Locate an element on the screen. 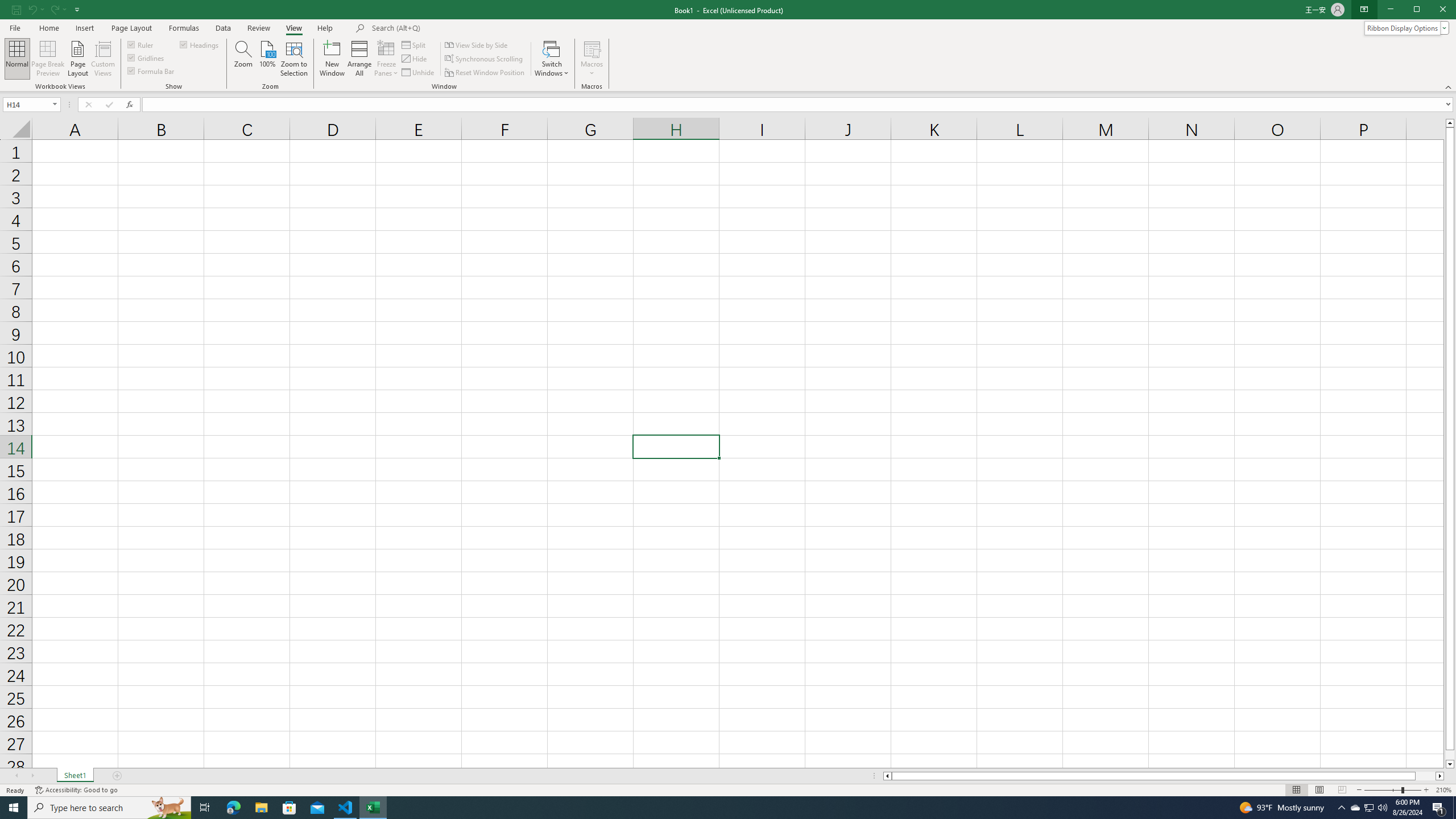  'Split' is located at coordinates (415, 44).